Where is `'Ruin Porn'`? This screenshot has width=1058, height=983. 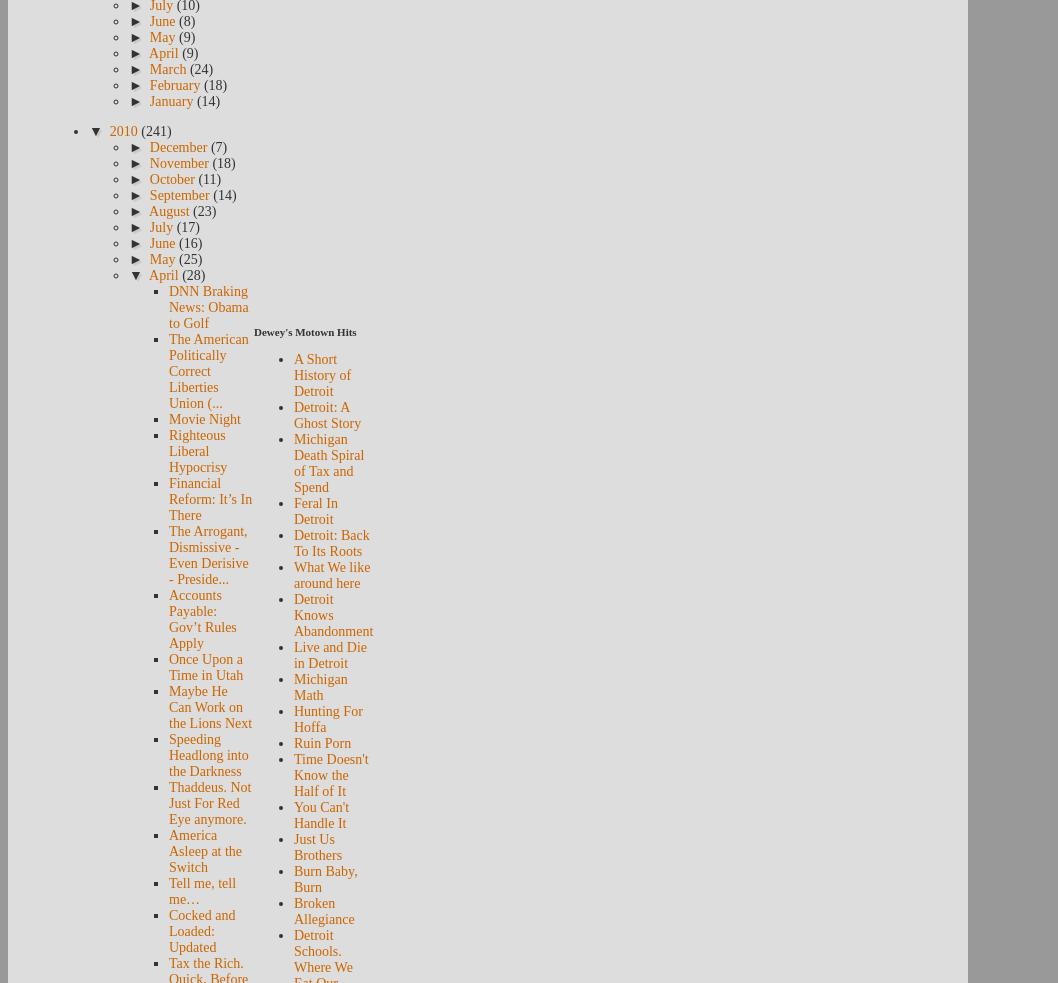 'Ruin Porn' is located at coordinates (291, 742).